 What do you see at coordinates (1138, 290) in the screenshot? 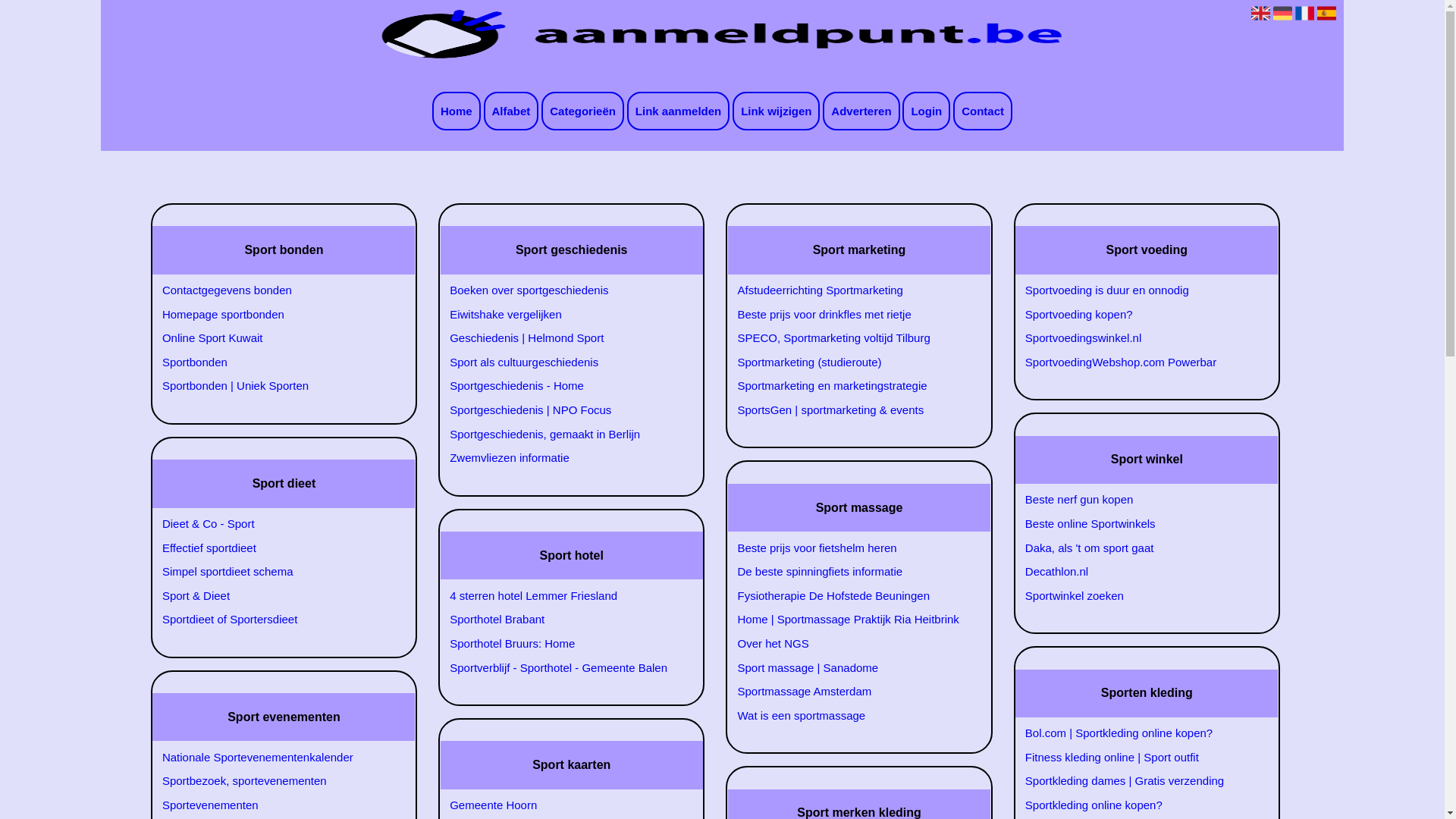
I see `'Sportvoeding is duur en onnodig'` at bounding box center [1138, 290].